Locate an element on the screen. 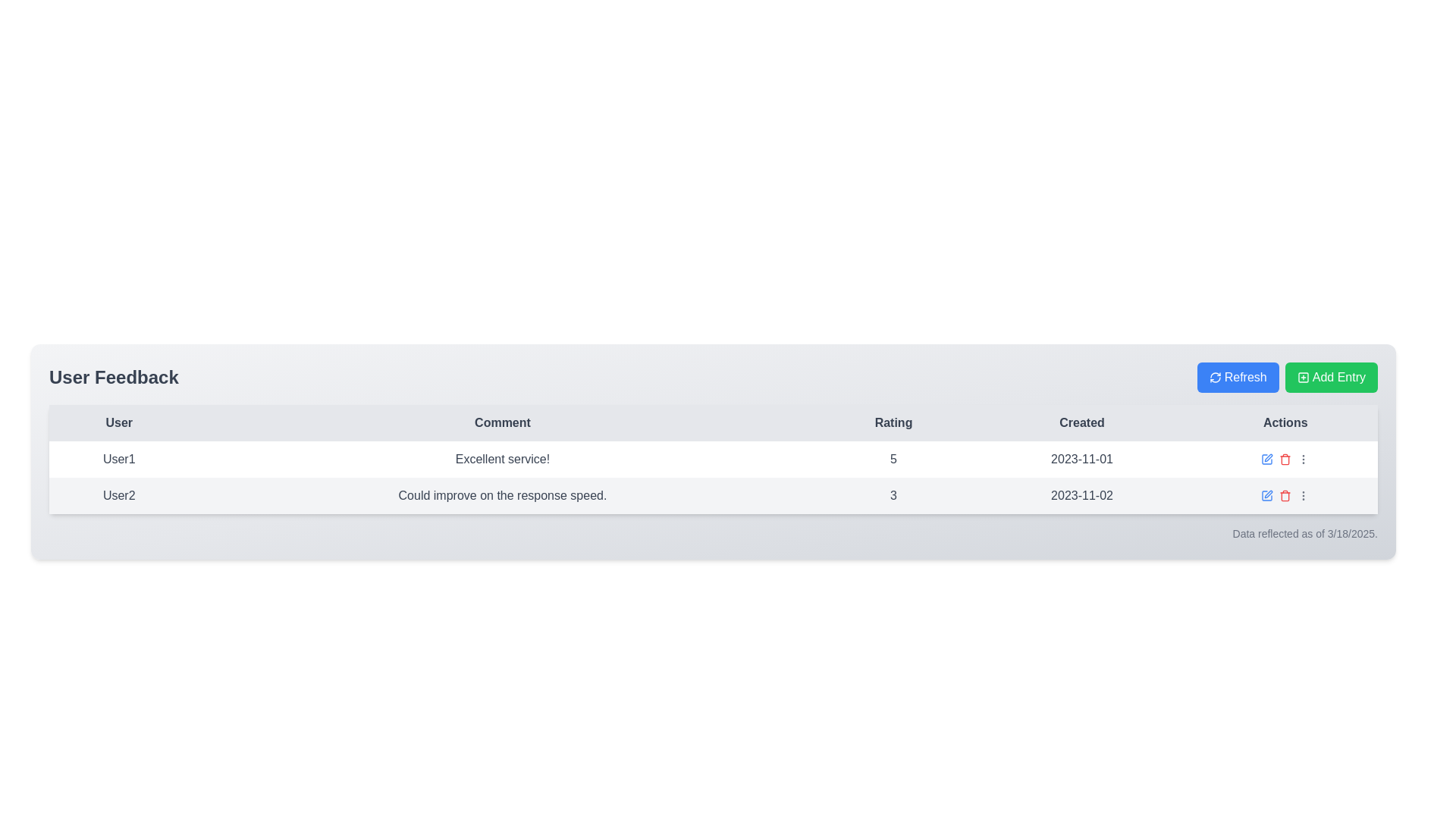 The height and width of the screenshot is (819, 1456). the icon-based button resembling a pen located in the second row of the 'Actions' column for the entry dated '2023-11-02' is located at coordinates (1269, 457).